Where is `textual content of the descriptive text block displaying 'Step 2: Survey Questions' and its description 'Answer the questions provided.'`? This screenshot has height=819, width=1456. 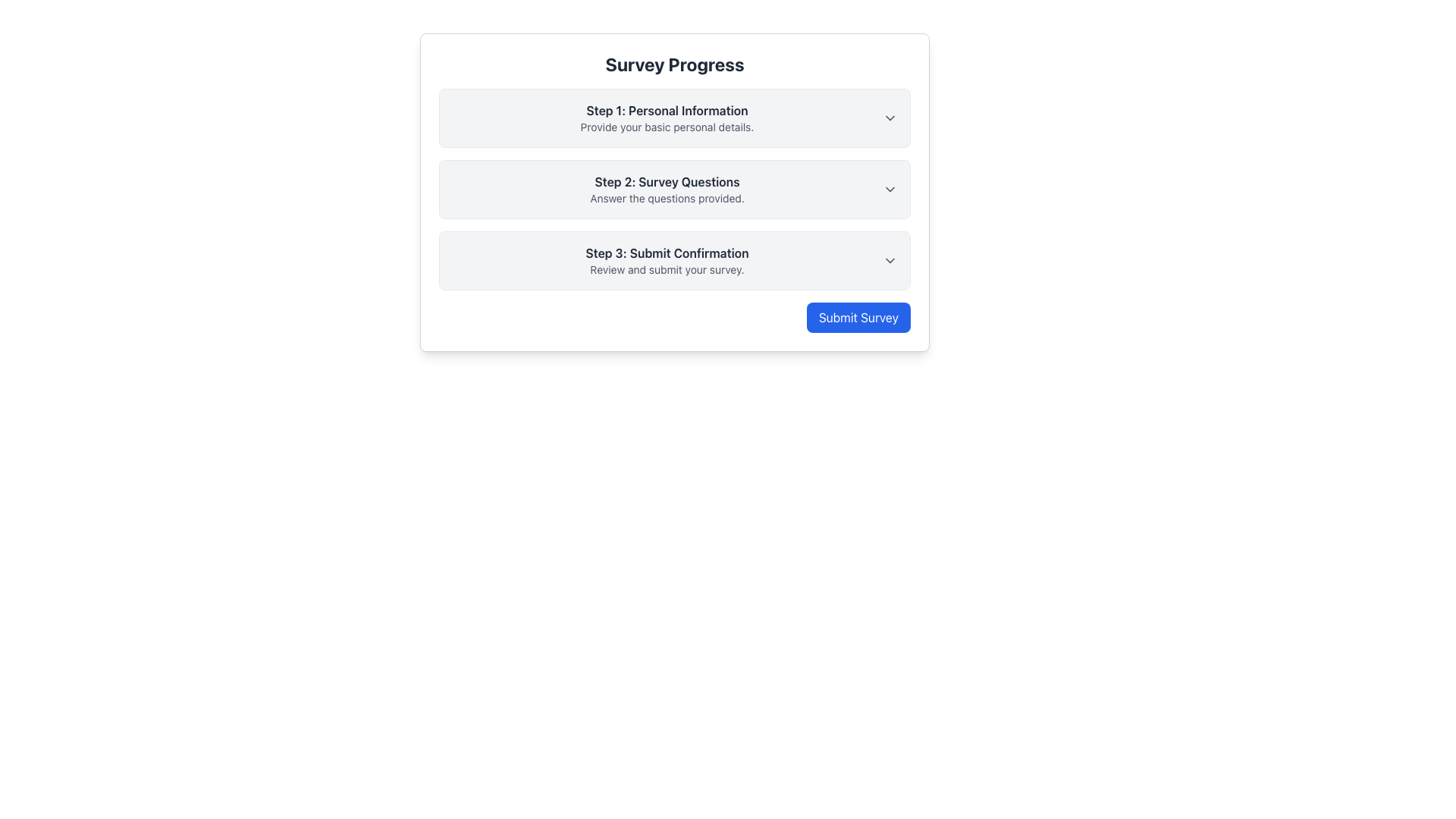
textual content of the descriptive text block displaying 'Step 2: Survey Questions' and its description 'Answer the questions provided.' is located at coordinates (667, 189).